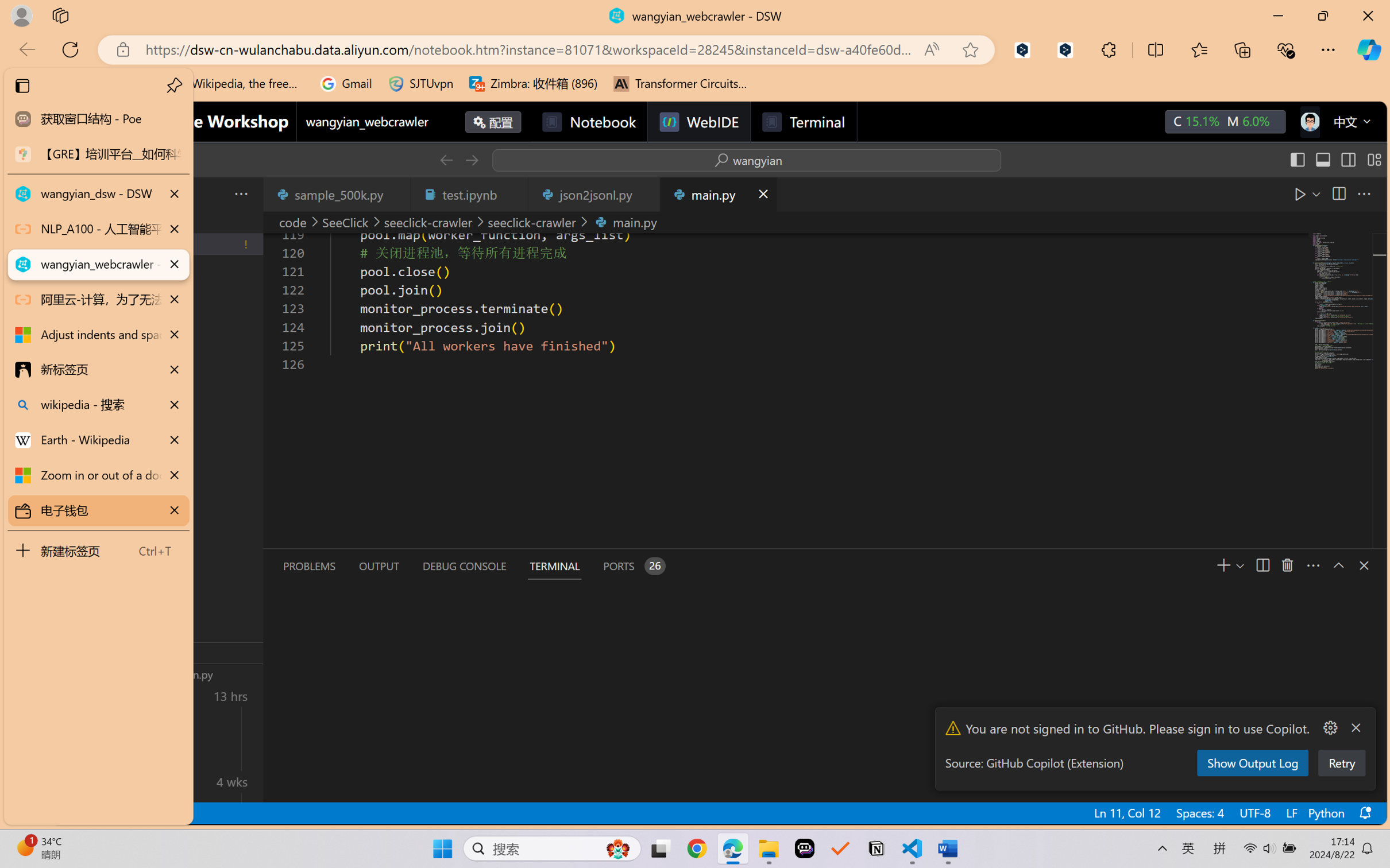 The width and height of the screenshot is (1390, 868). I want to click on 'Show Output Log', so click(1252, 762).